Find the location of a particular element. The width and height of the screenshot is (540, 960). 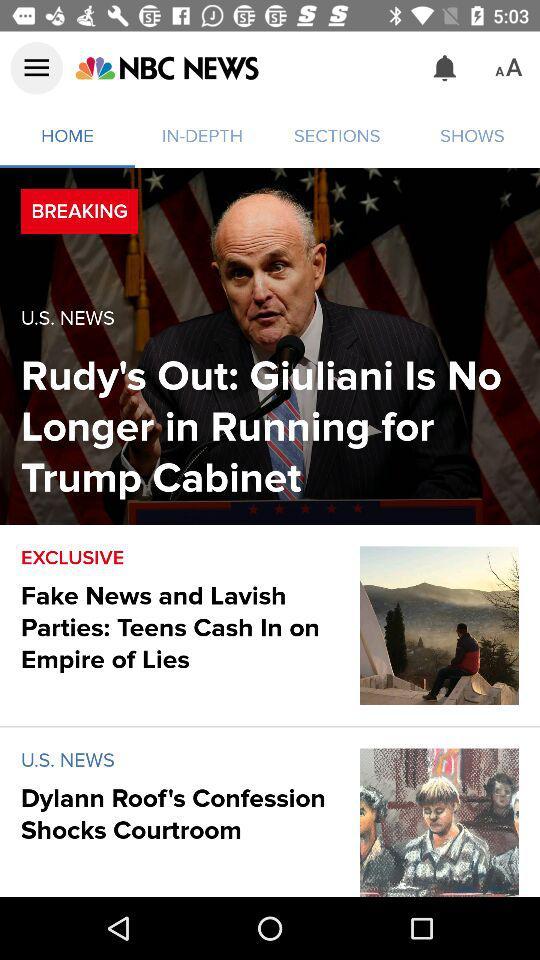

the icon to the right of the sections is located at coordinates (445, 68).